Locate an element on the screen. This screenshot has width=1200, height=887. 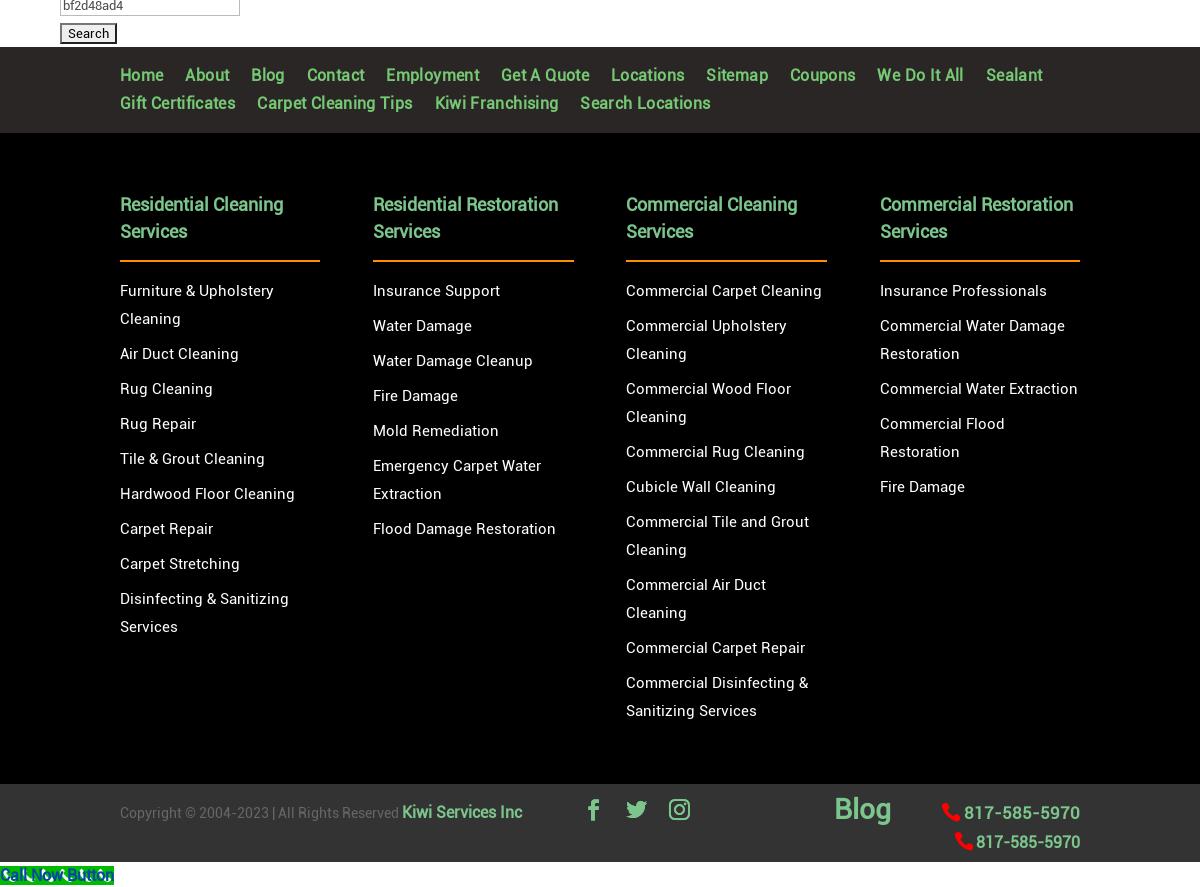
'We Do It All' is located at coordinates (893, 74).